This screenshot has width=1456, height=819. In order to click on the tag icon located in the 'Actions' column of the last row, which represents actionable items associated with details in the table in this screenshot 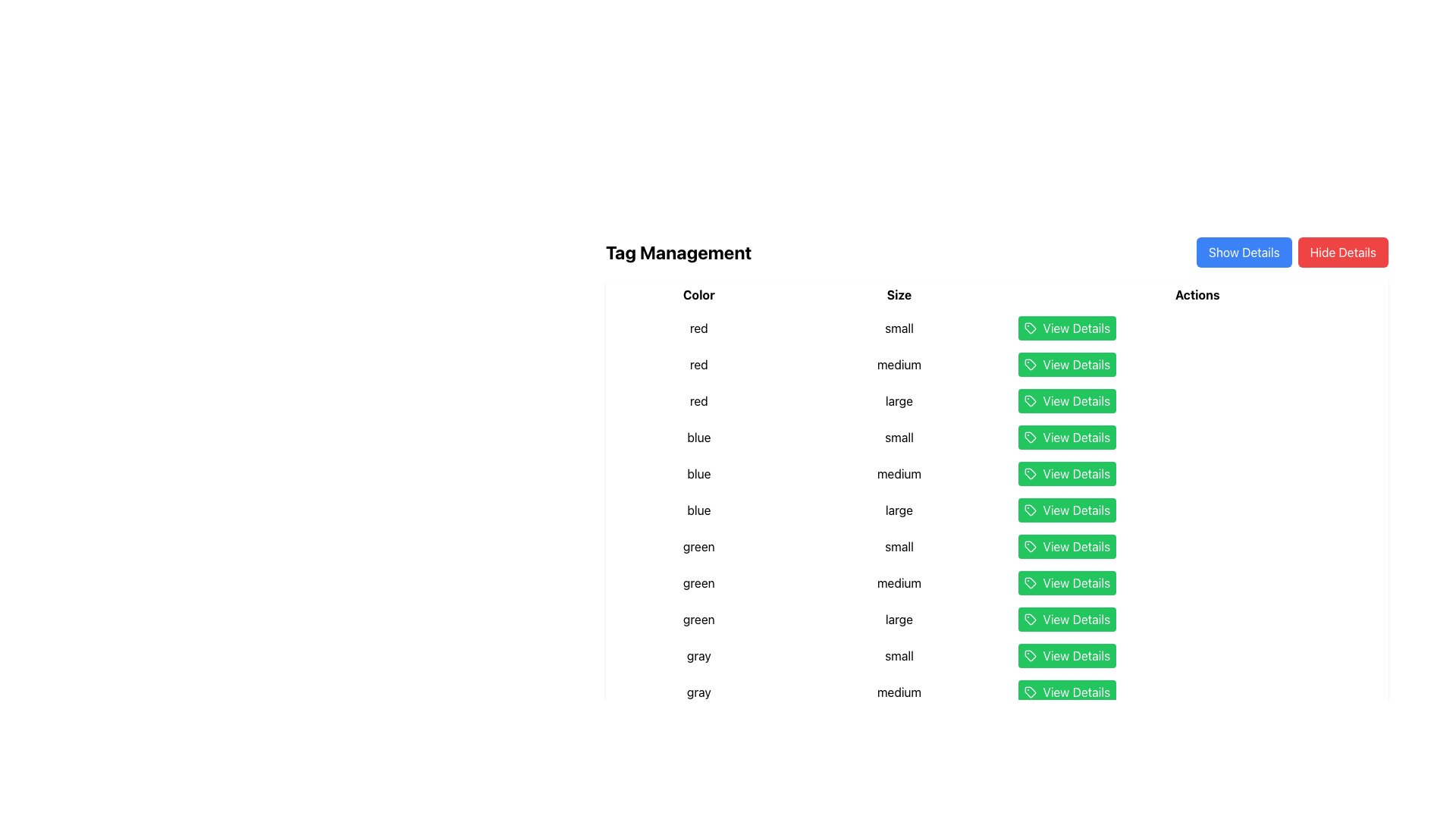, I will do `click(1030, 691)`.